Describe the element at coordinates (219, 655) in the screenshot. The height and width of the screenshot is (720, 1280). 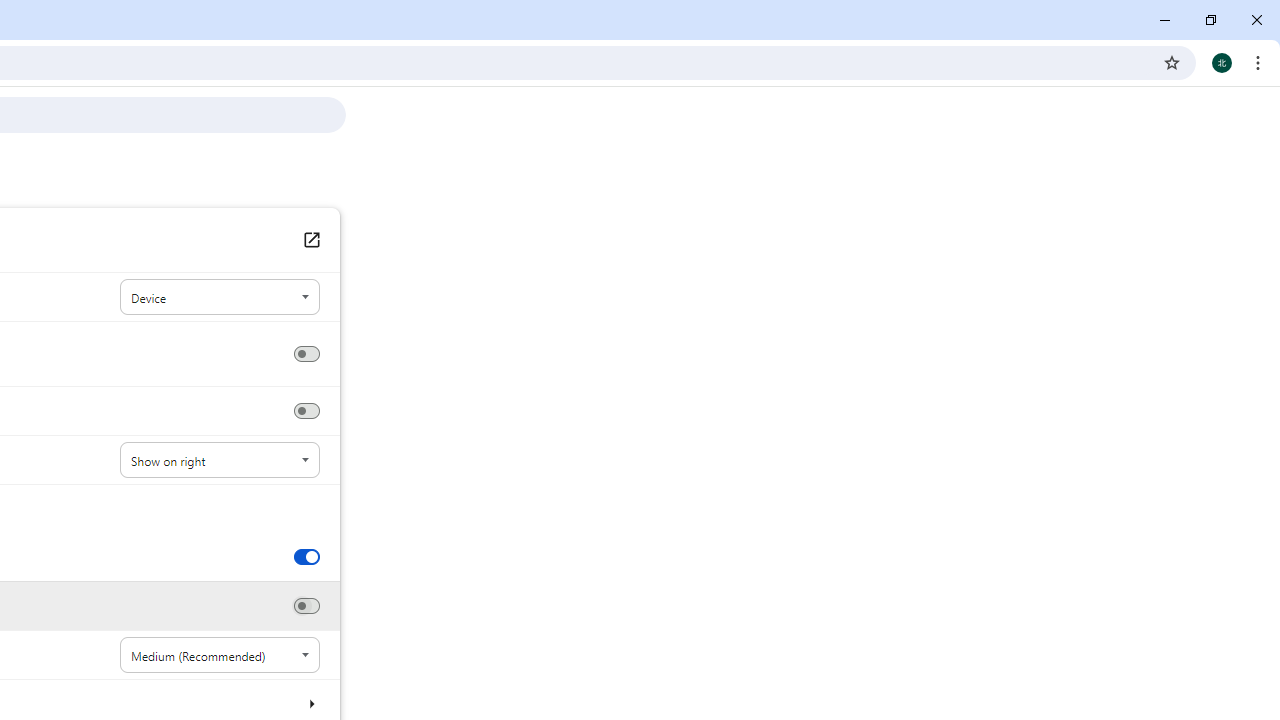
I see `'Font size'` at that location.